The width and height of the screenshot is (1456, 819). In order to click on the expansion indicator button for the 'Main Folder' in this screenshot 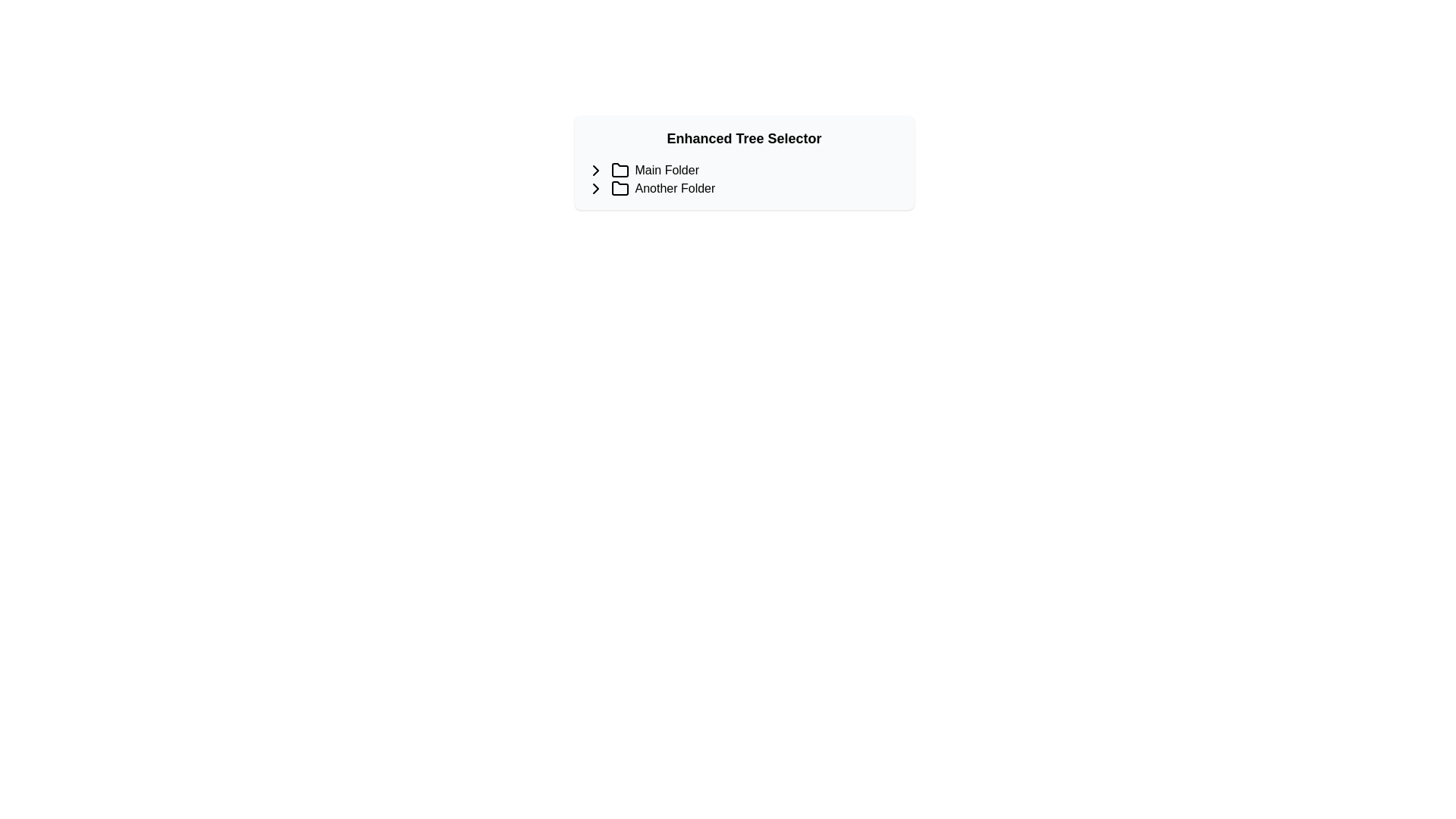, I will do `click(595, 170)`.